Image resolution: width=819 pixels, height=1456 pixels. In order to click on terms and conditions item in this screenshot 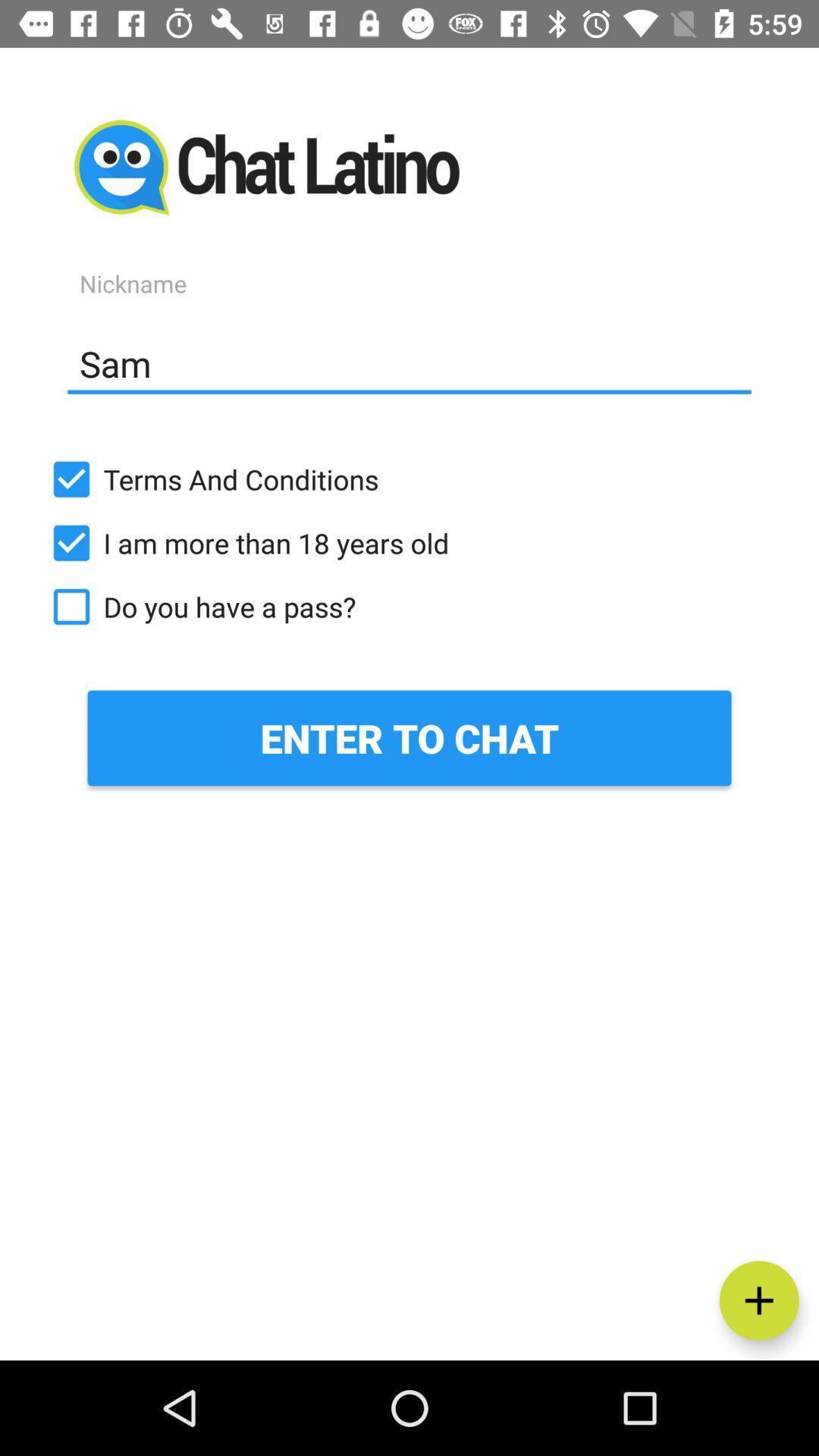, I will do `click(409, 479)`.